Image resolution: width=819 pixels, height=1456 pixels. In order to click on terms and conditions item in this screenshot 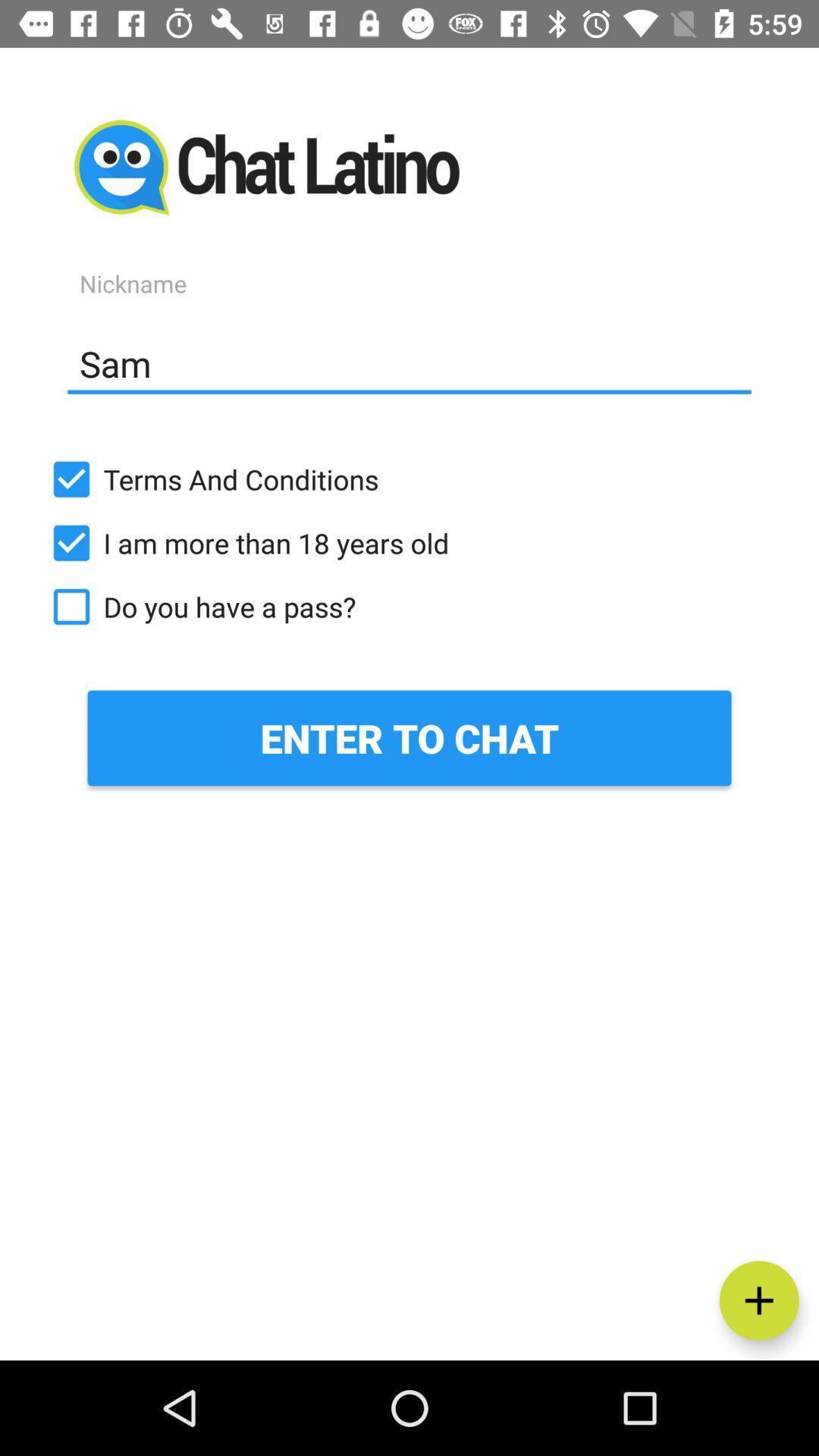, I will do `click(409, 479)`.